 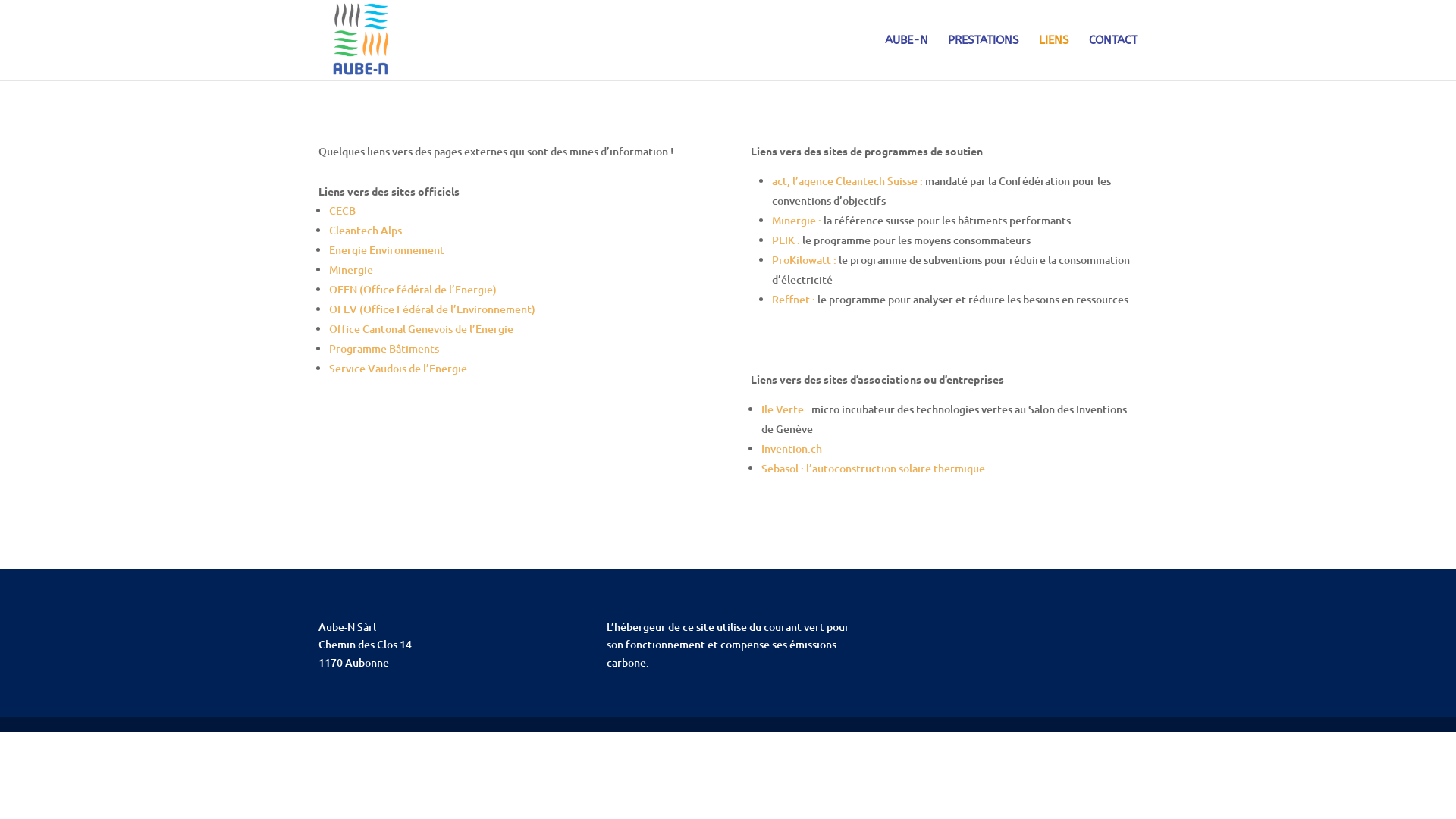 What do you see at coordinates (786, 239) in the screenshot?
I see `'PEIK :'` at bounding box center [786, 239].